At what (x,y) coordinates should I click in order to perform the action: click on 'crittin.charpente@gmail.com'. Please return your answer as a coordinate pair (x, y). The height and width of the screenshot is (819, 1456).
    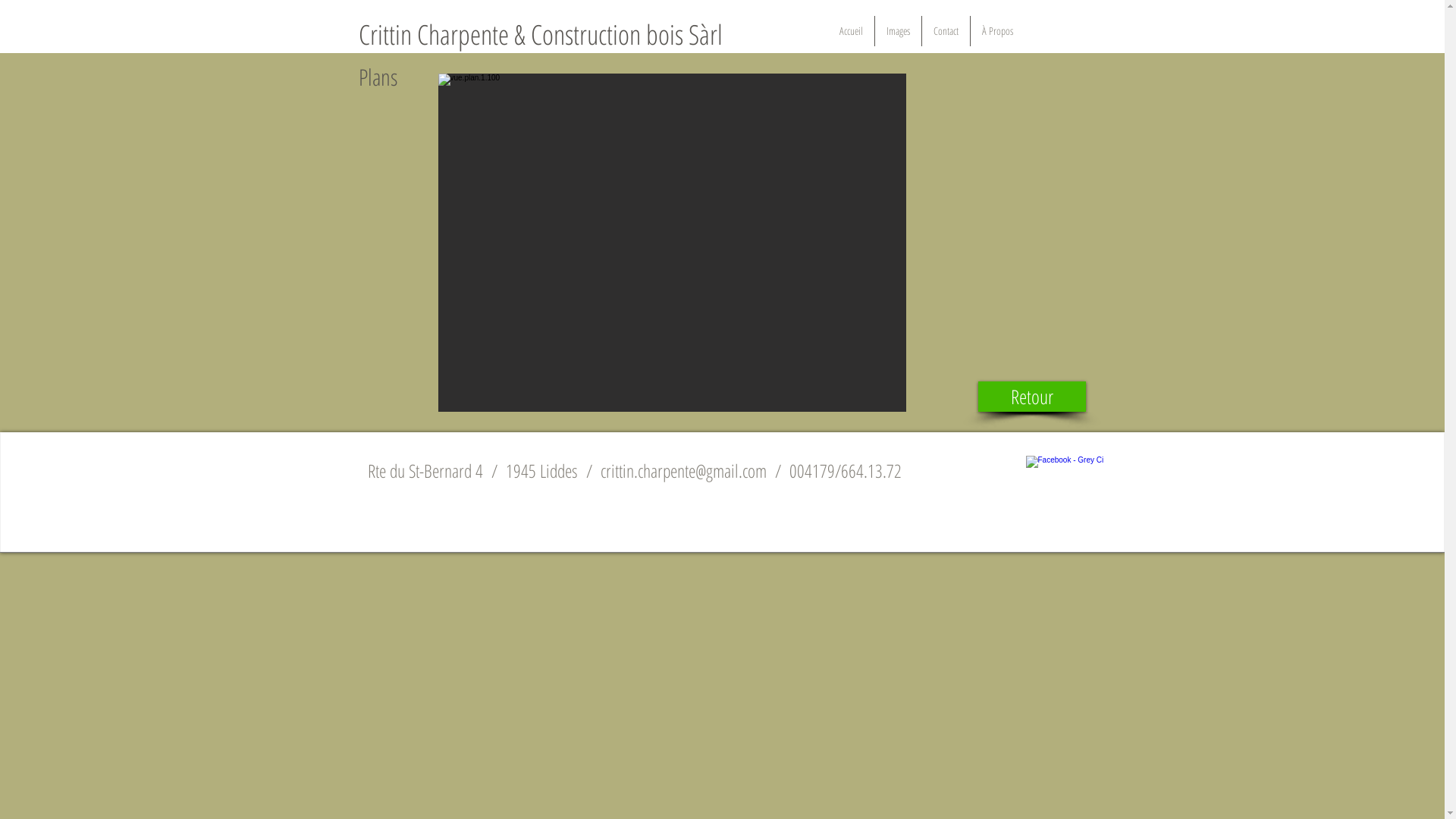
    Looking at the image, I should click on (682, 469).